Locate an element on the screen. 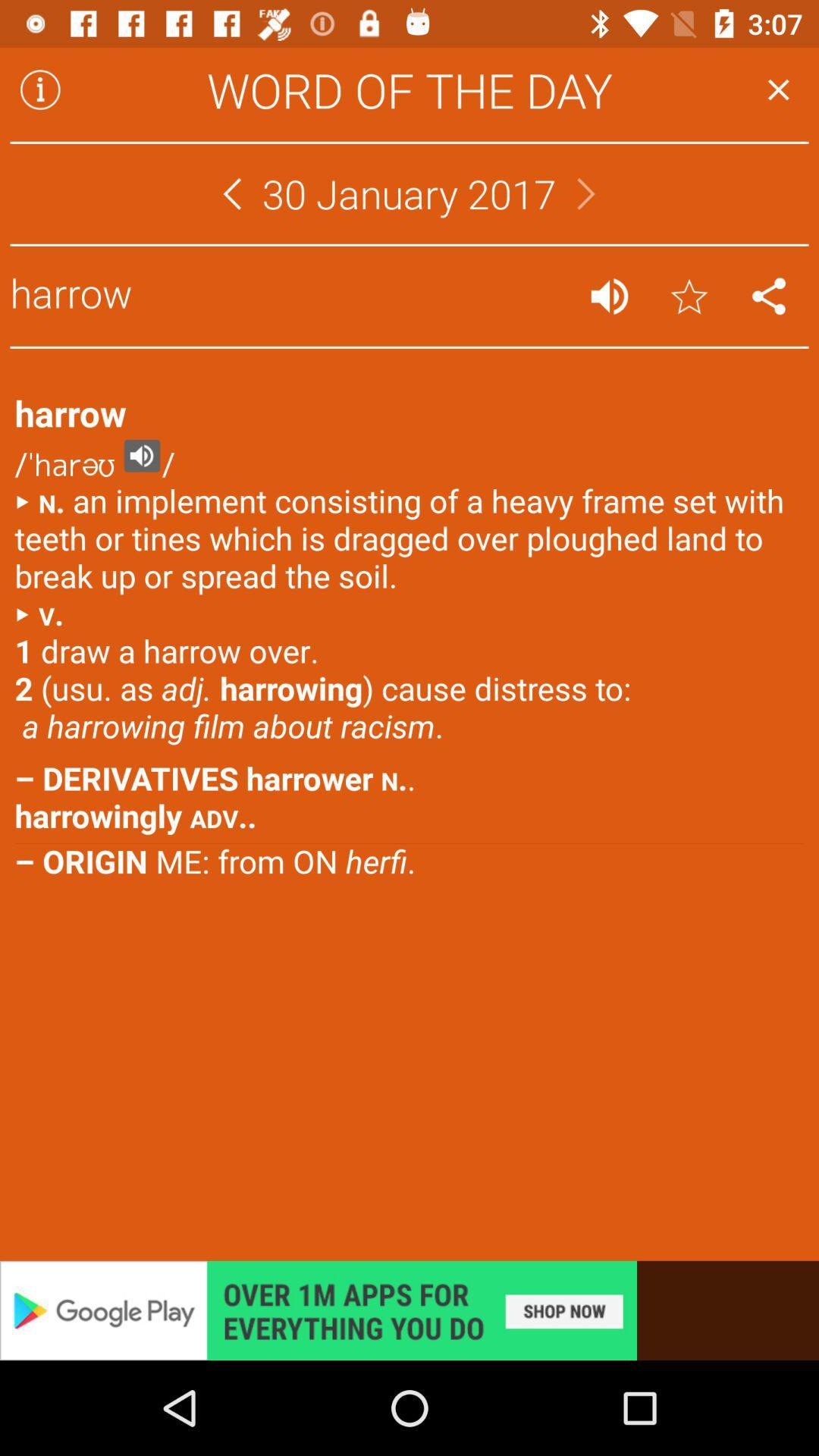  sound is located at coordinates (608, 296).